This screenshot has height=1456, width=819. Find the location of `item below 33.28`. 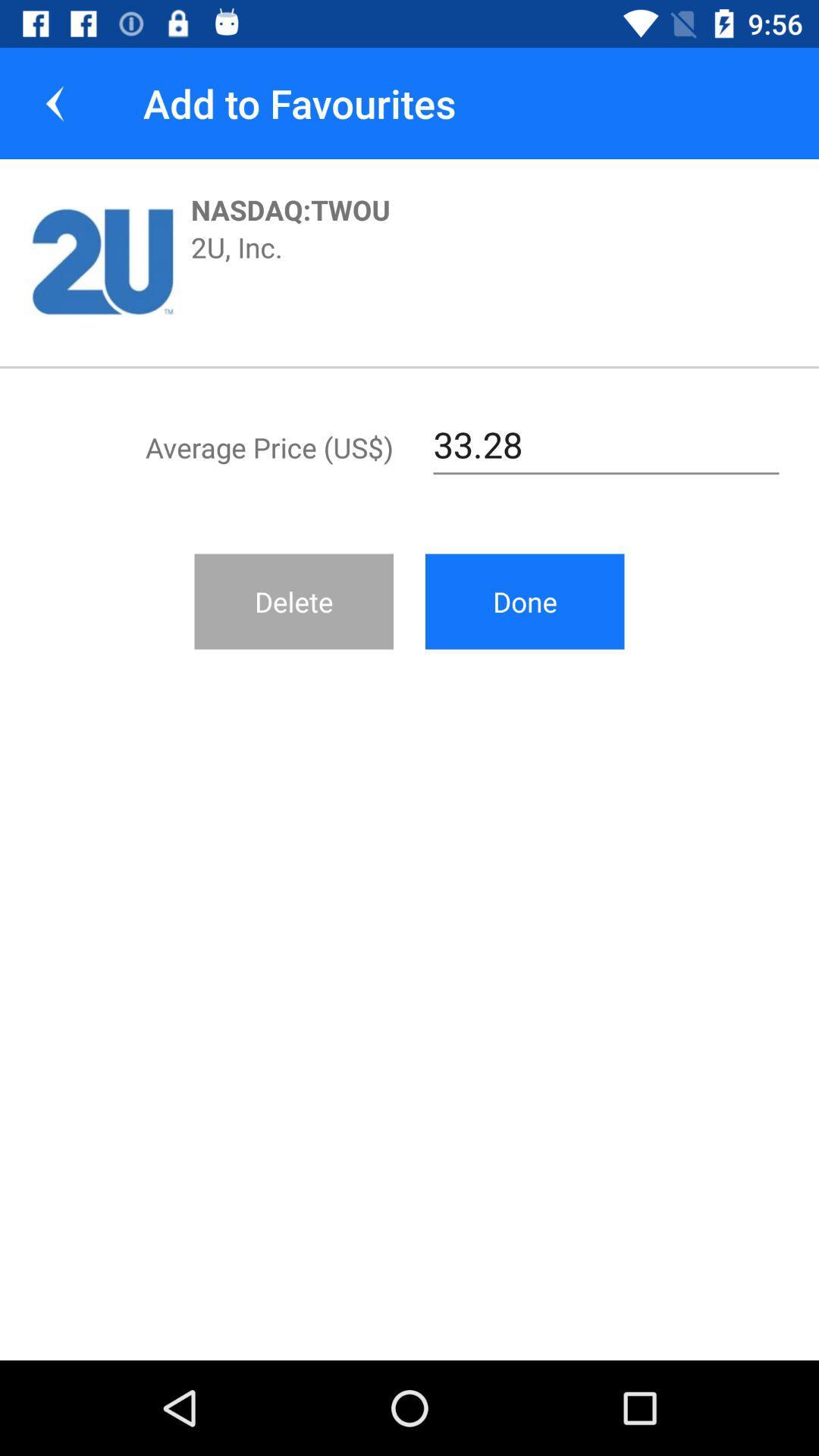

item below 33.28 is located at coordinates (524, 601).